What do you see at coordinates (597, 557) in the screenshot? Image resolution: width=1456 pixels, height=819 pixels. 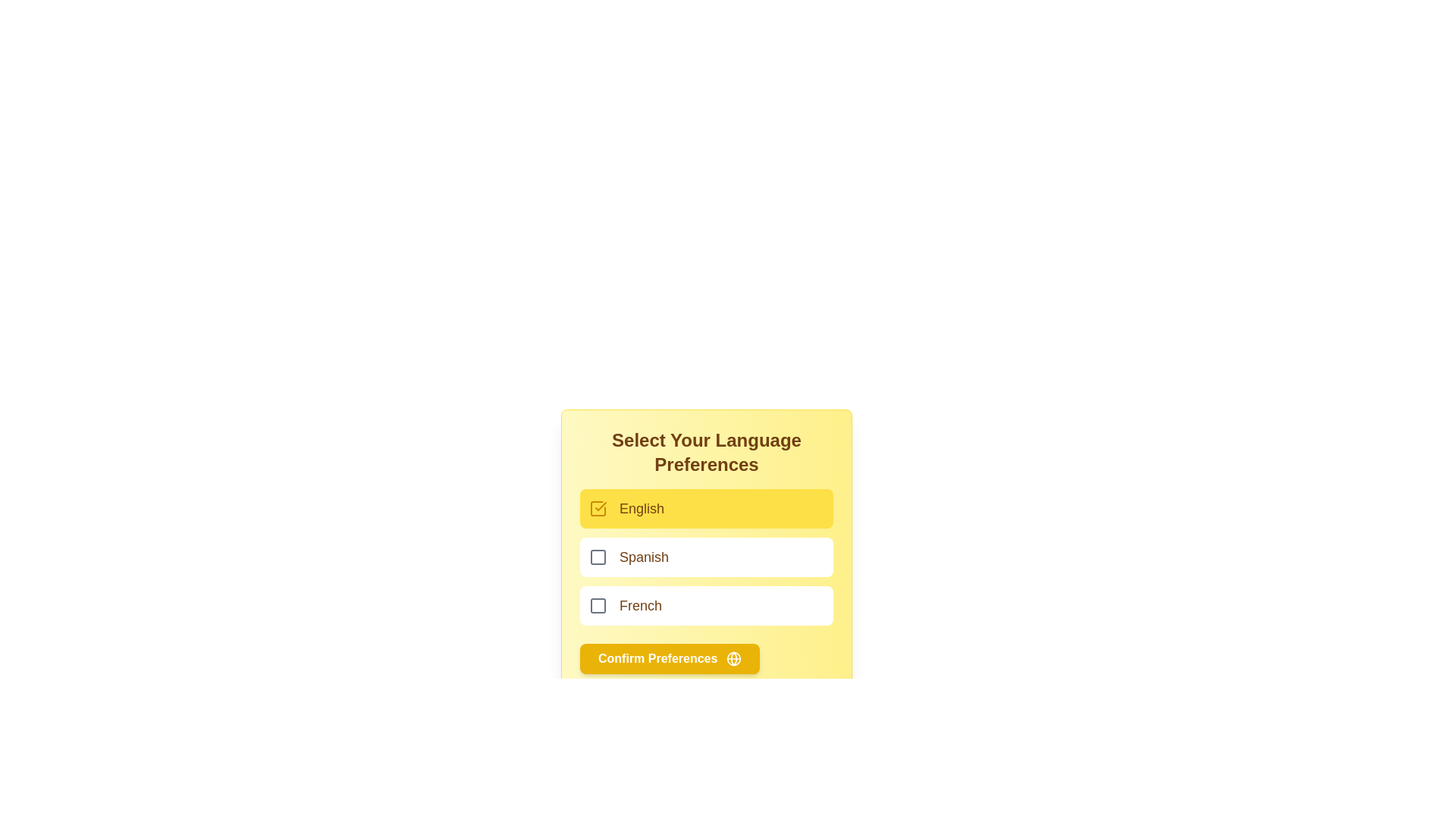 I see `the checkbox element located near the second checkbox labeled 'Spanish', which visually indicates the selection state of the associated option` at bounding box center [597, 557].